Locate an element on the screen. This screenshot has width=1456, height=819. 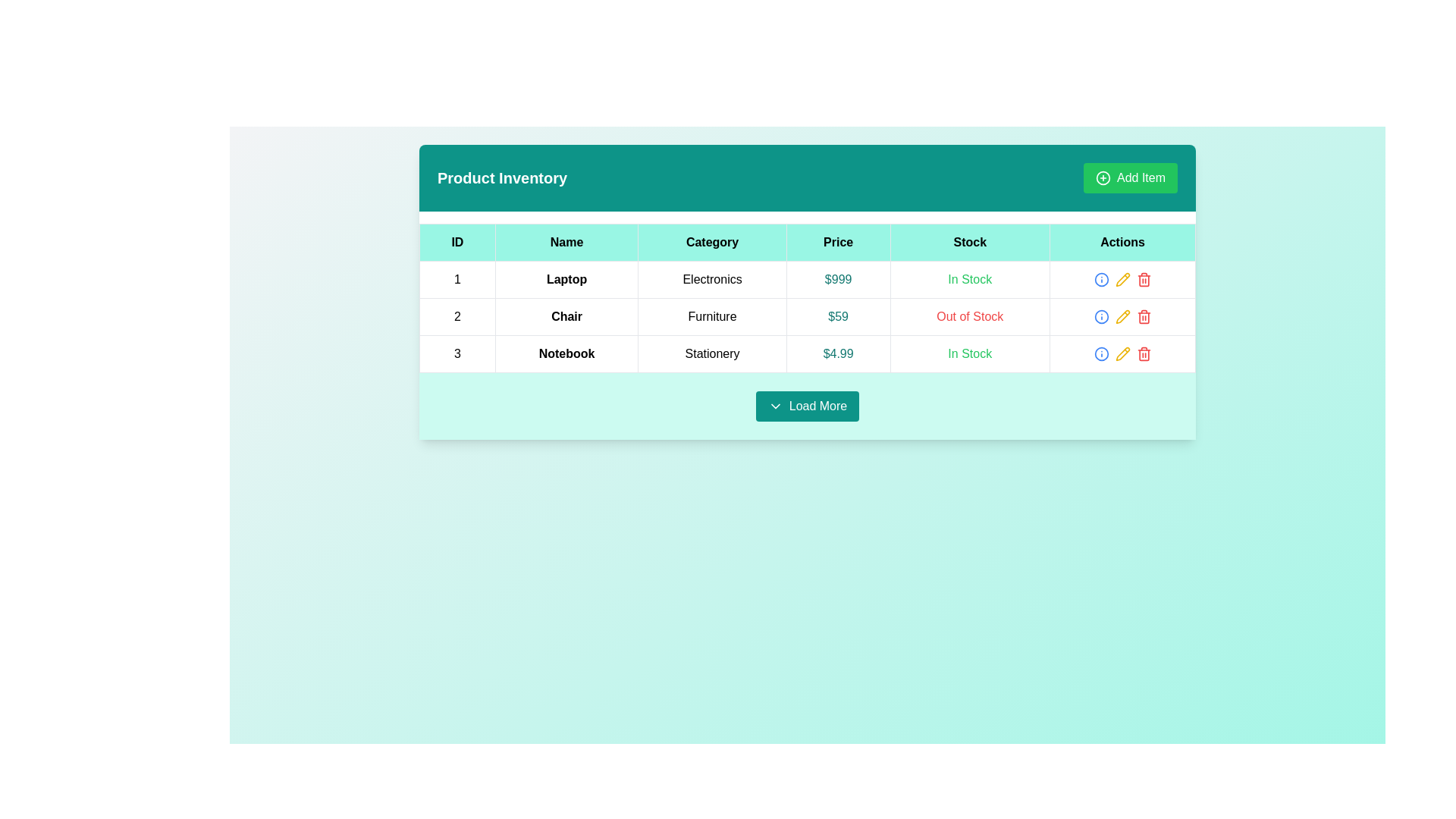
the Text Label displaying the price of the laptop in the 'Product Inventory' table located in the fourth column of the first row is located at coordinates (837, 280).